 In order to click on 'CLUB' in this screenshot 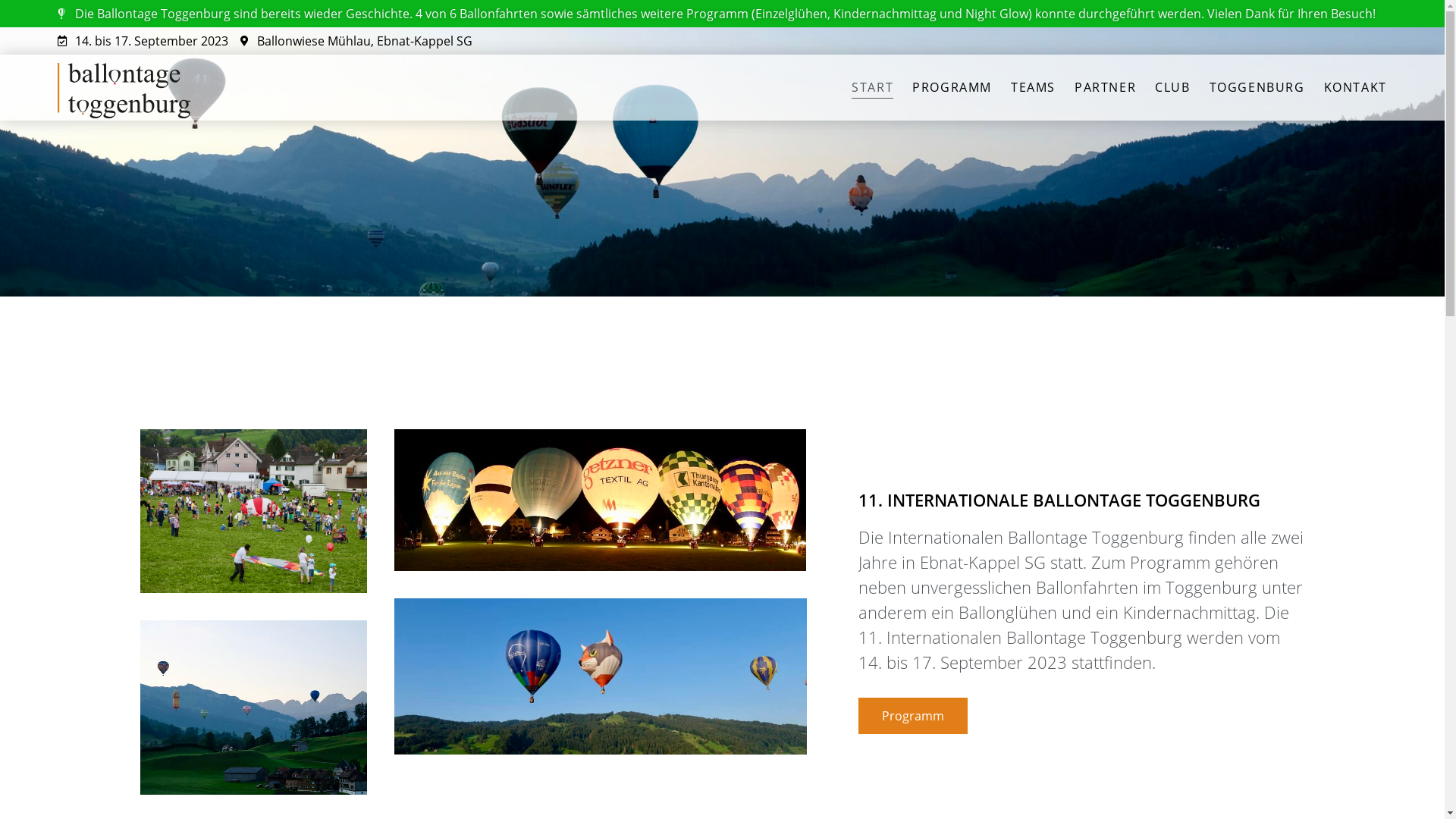, I will do `click(1171, 87)`.